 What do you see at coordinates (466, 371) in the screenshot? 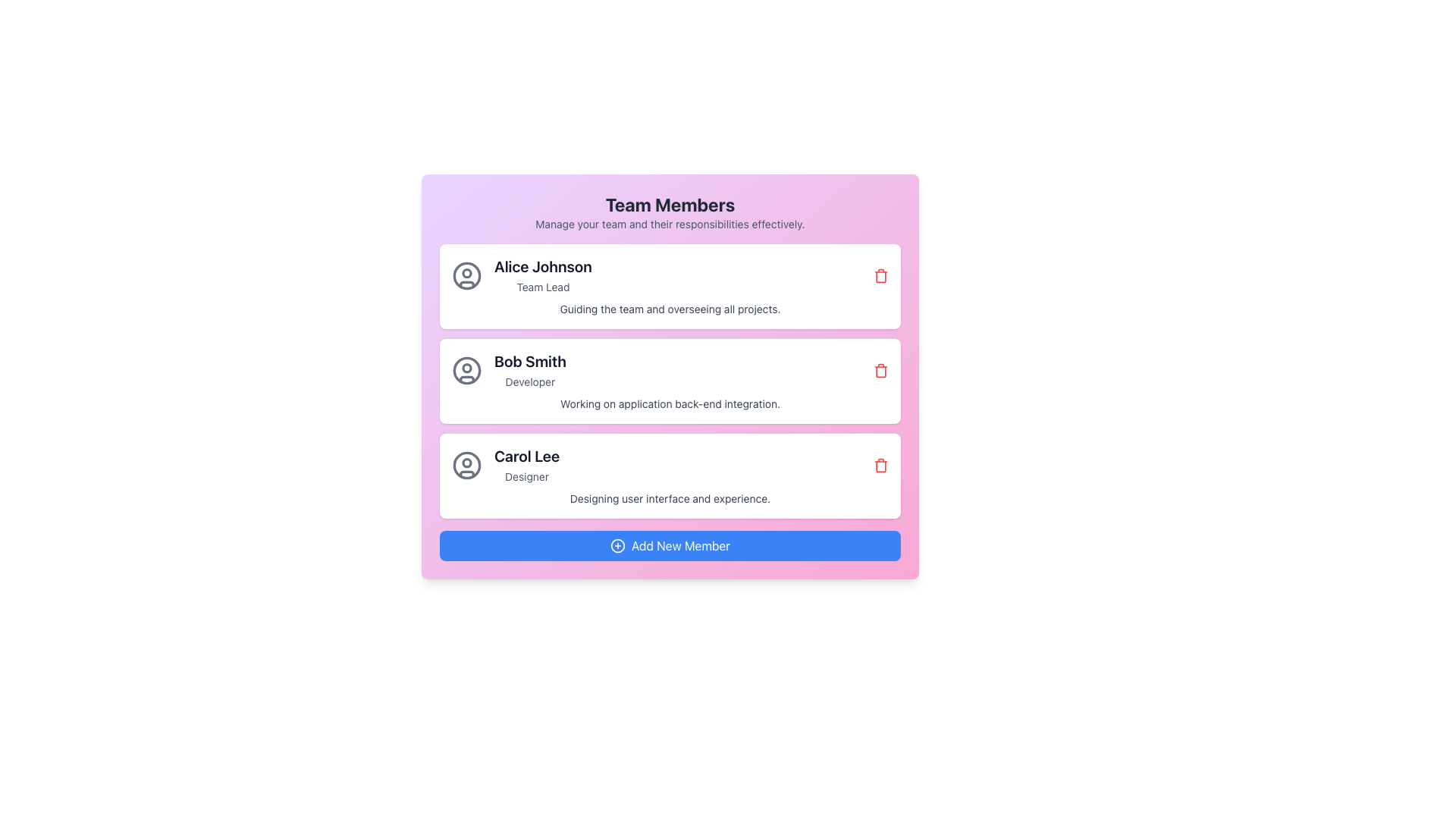
I see `the decorative SVG Circle in the user icon of the 'Bob Smith' card, which is located at the center of the second user card` at bounding box center [466, 371].